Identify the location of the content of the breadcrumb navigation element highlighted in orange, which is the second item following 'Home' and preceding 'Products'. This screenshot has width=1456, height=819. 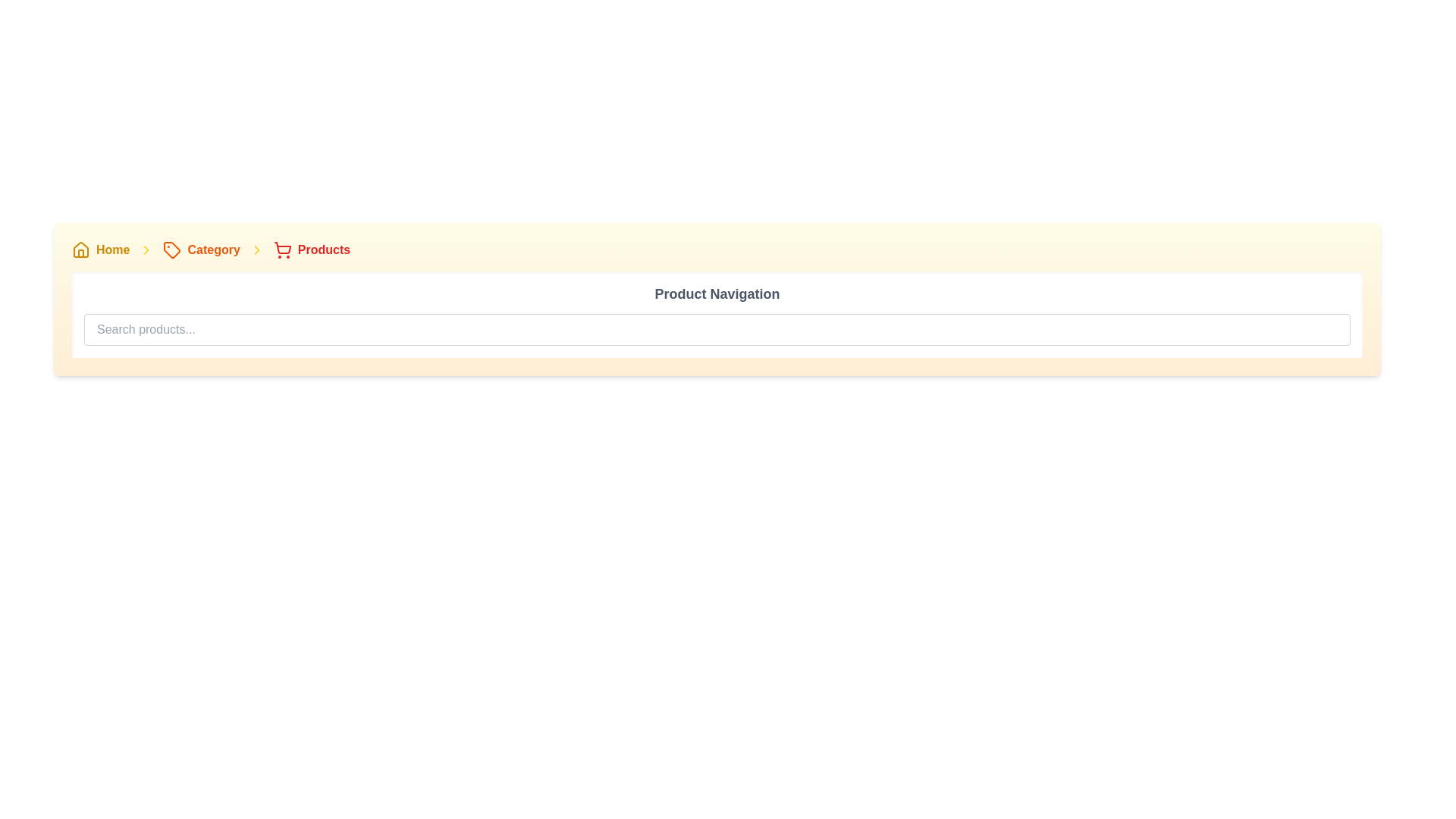
(201, 249).